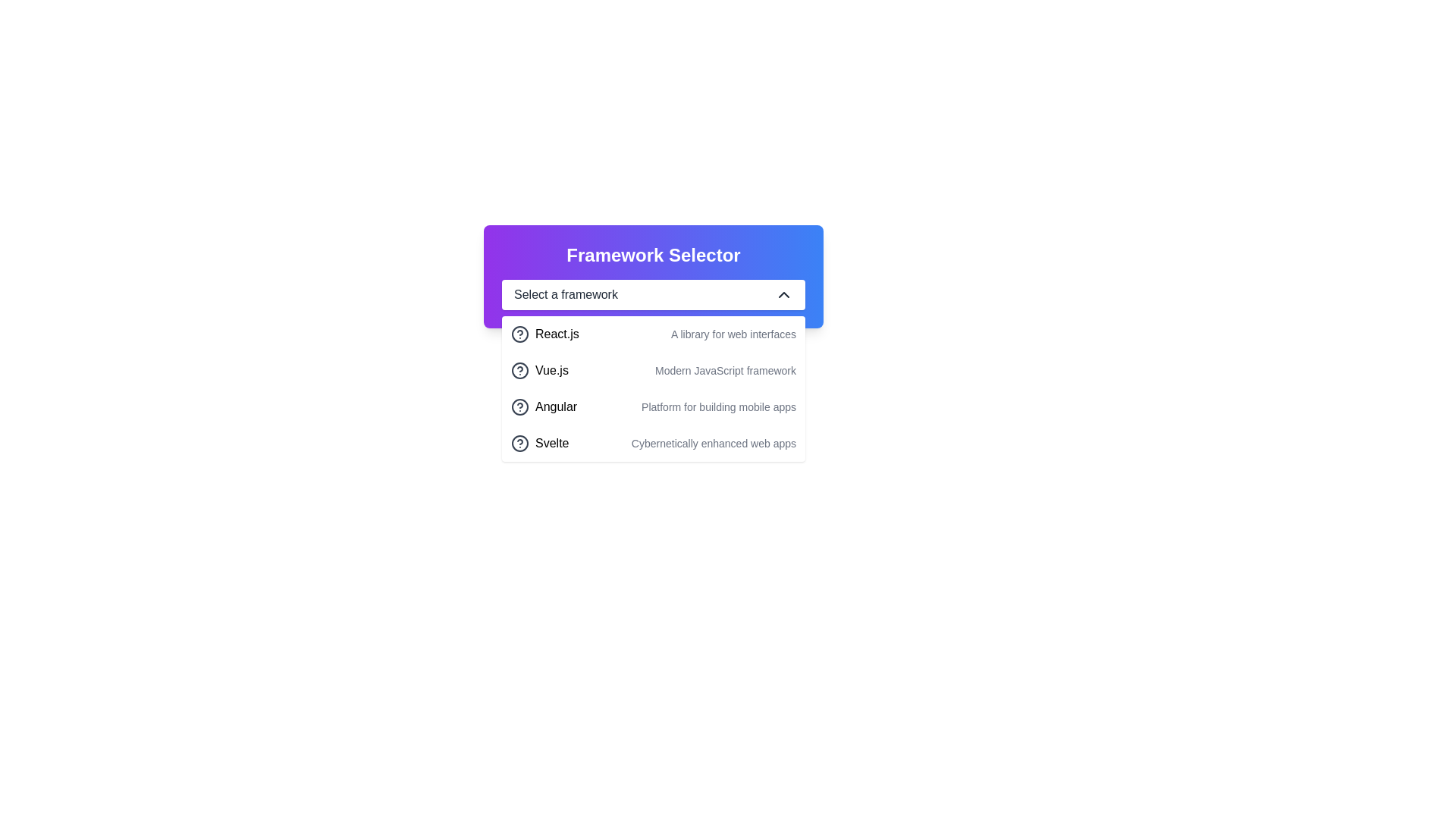 The height and width of the screenshot is (819, 1456). I want to click on the question mark icon located to the left of the 'Angular' option in the dropdown list for help or additional information, so click(520, 406).